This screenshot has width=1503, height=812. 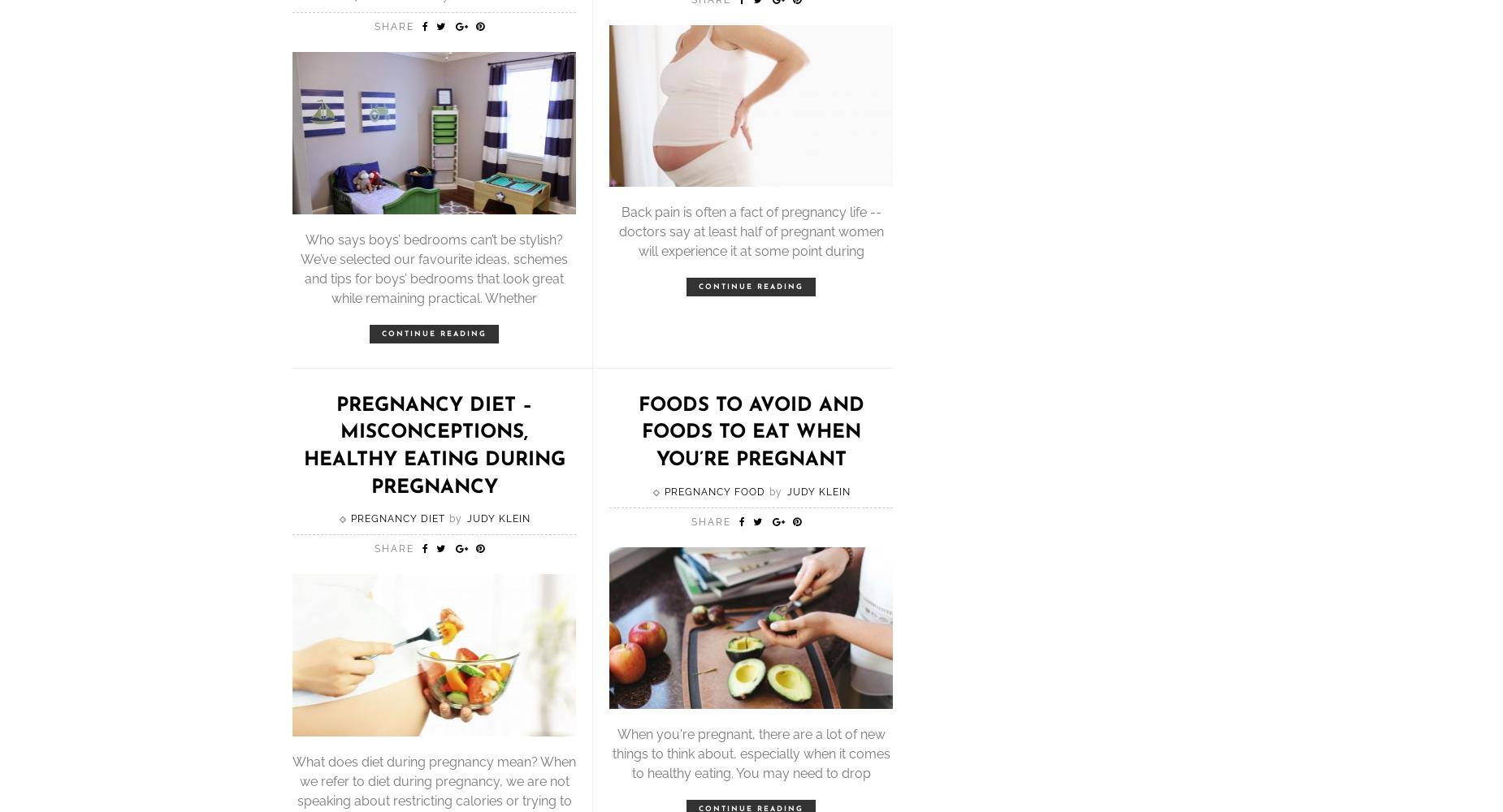 What do you see at coordinates (713, 490) in the screenshot?
I see `'Pregnancy Food'` at bounding box center [713, 490].